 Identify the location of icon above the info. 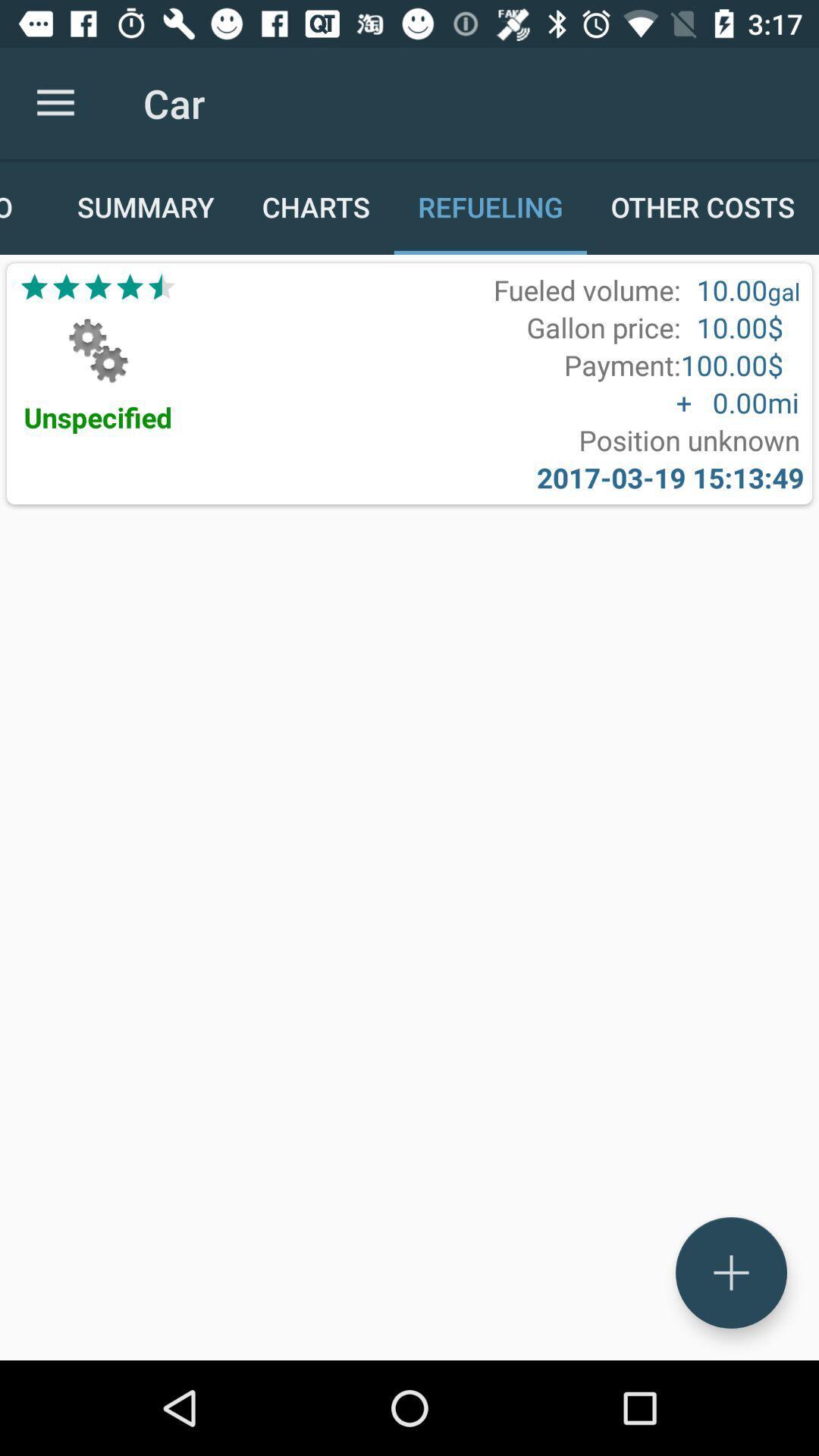
(55, 102).